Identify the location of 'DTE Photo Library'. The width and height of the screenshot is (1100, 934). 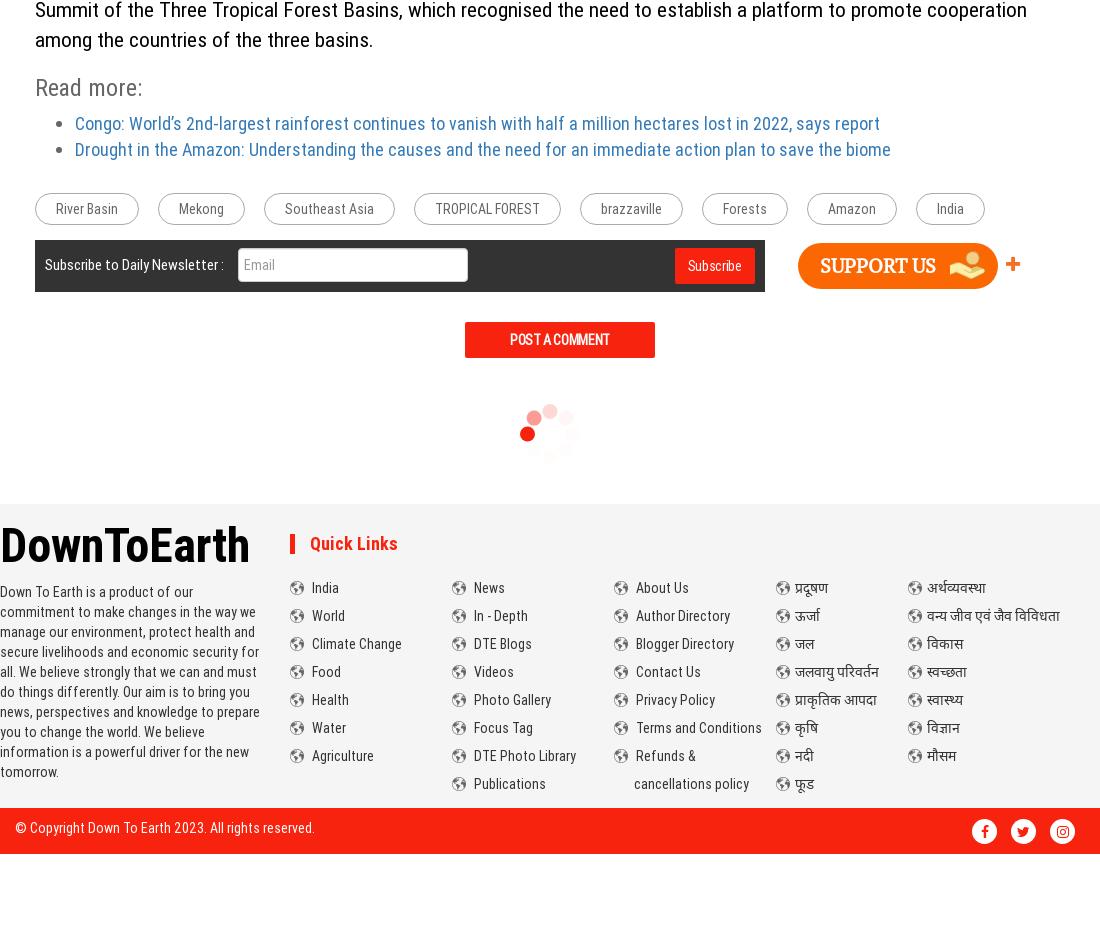
(523, 754).